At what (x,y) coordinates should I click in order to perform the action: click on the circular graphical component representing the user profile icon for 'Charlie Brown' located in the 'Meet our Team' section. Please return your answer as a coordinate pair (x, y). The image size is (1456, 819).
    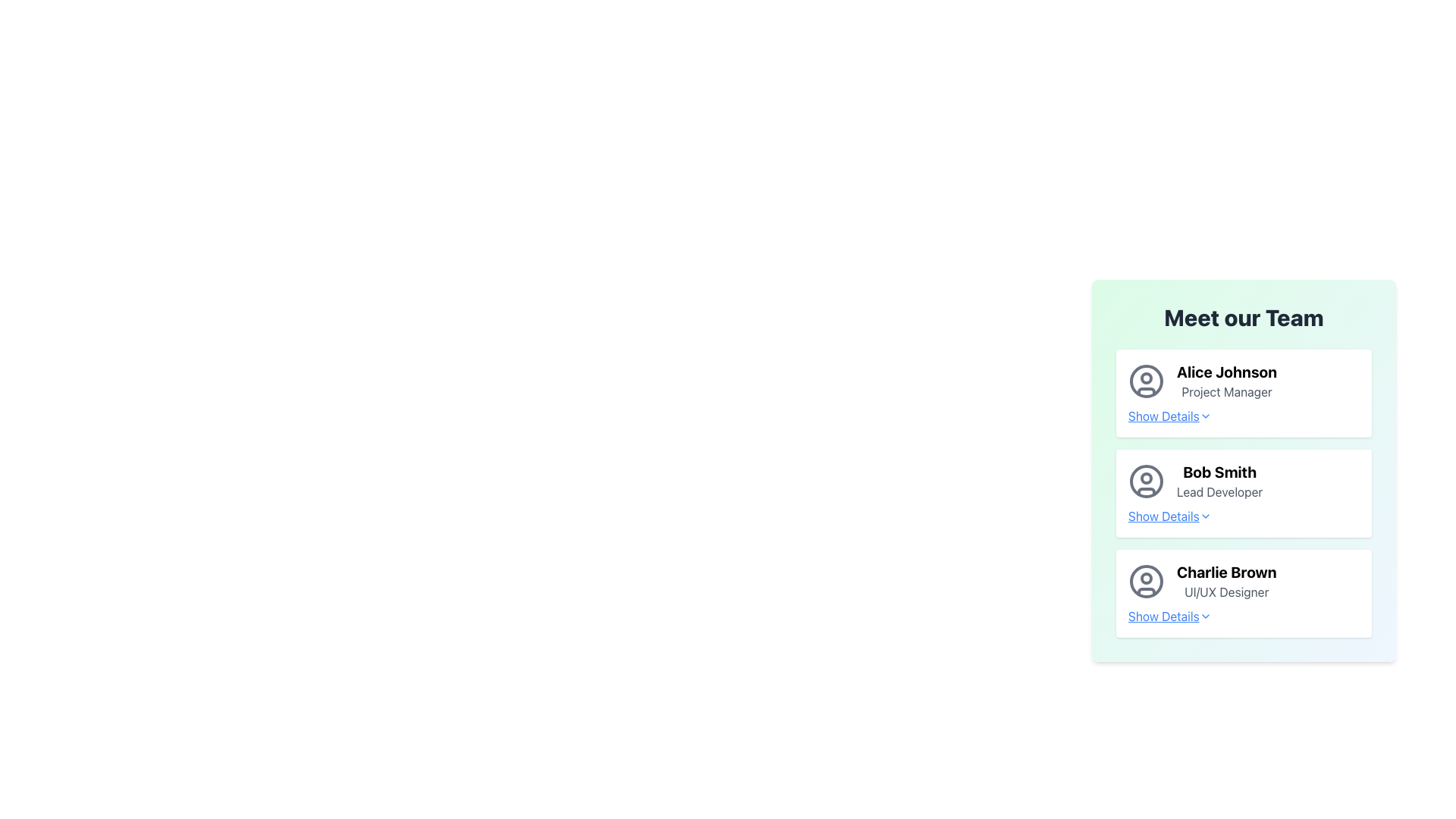
    Looking at the image, I should click on (1147, 579).